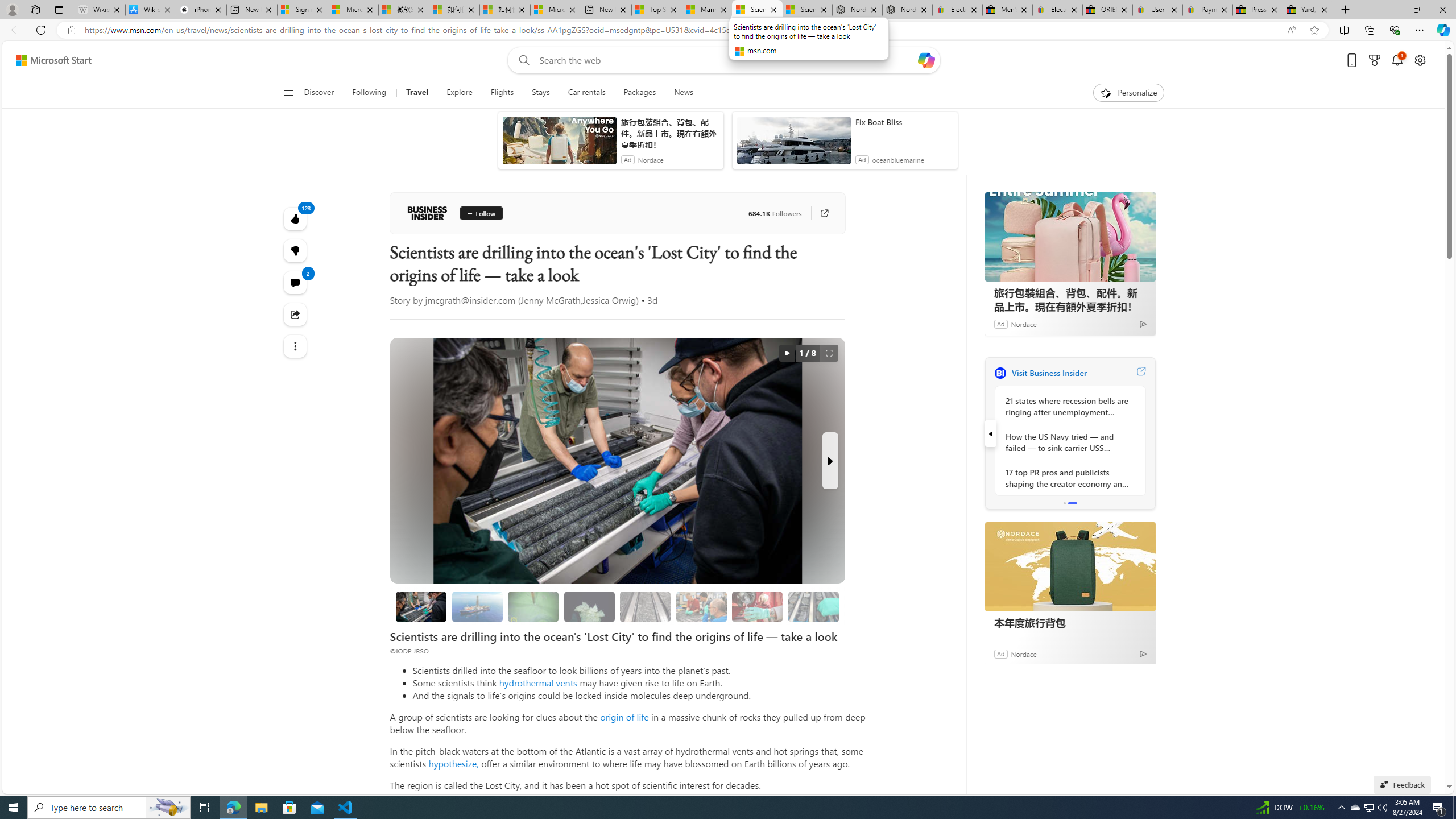 This screenshot has width=1456, height=819. I want to click on 'View comments 2 Comment', so click(295, 282).